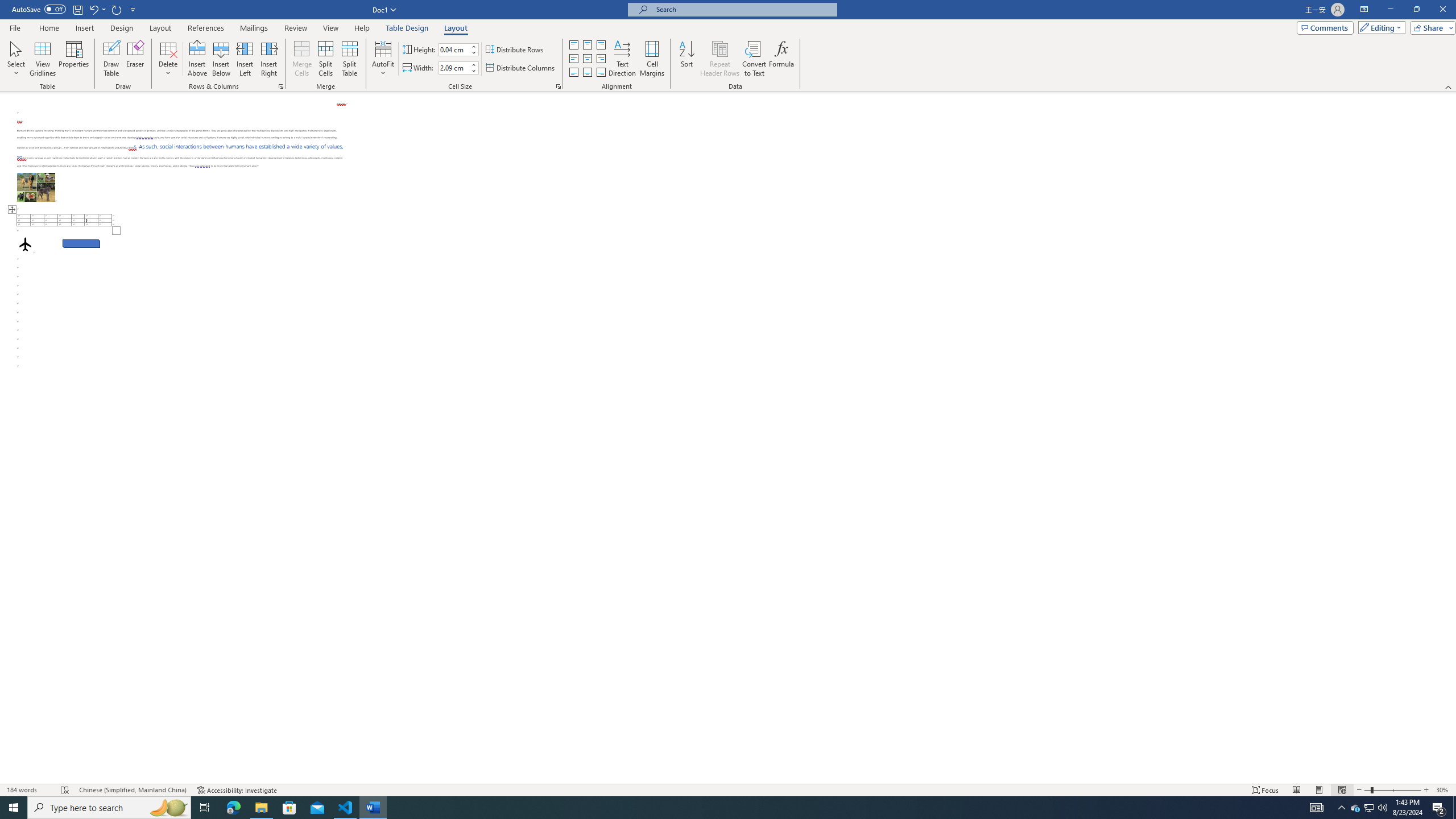  Describe the element at coordinates (16, 59) in the screenshot. I see `'Select'` at that location.